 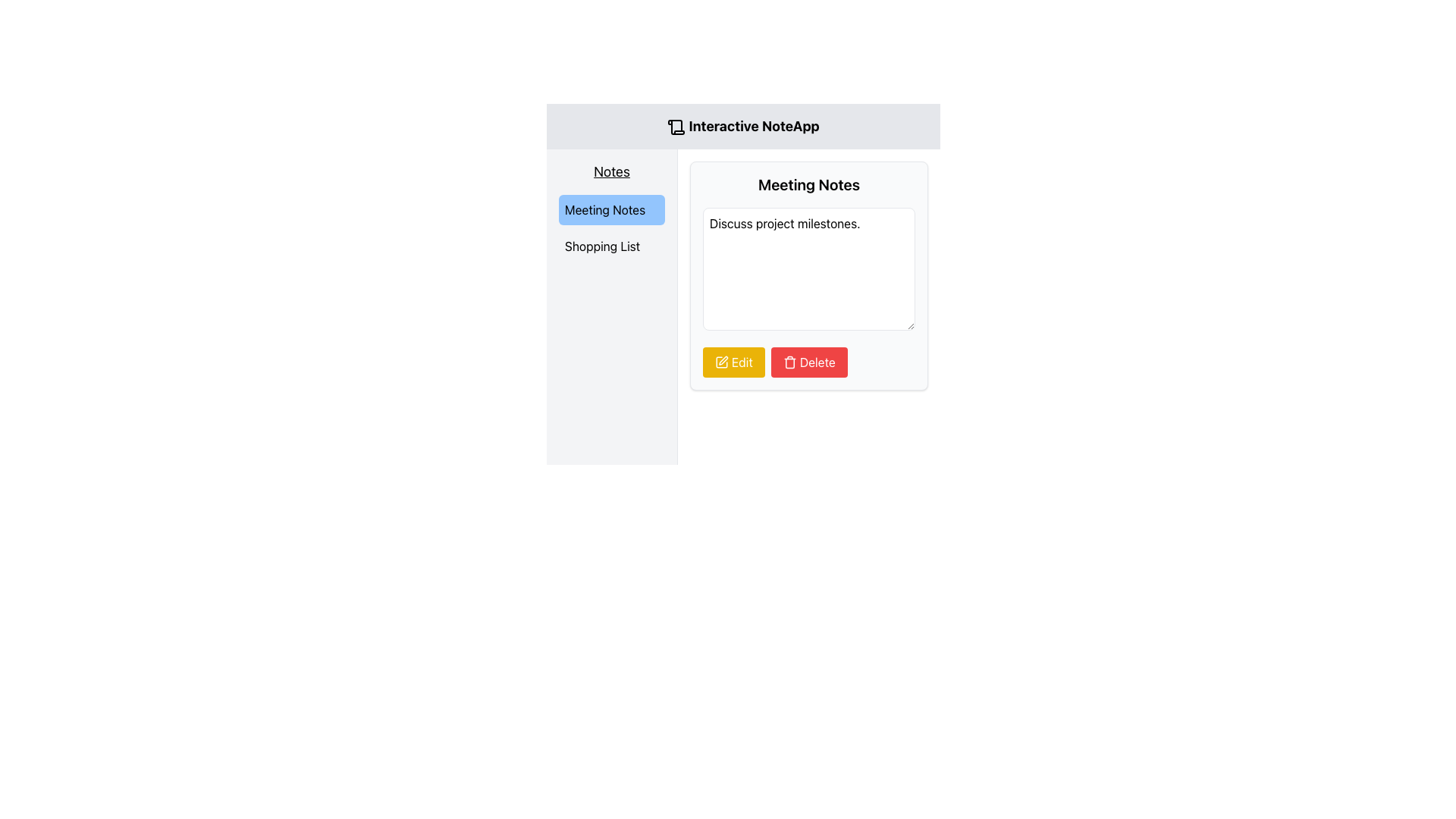 I want to click on the 'Edit' button located in the right-side panel under 'Meeting Notes', so click(x=720, y=362).